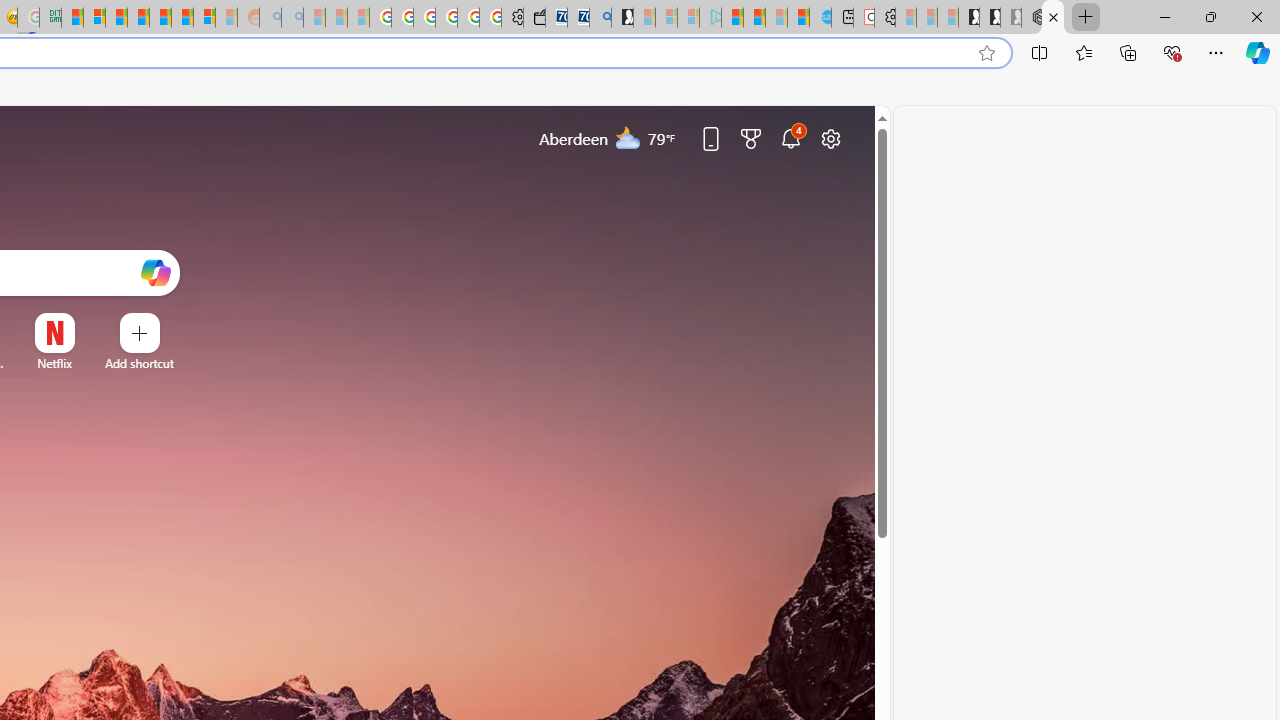 The image size is (1280, 720). I want to click on 'Microsoft Start - Sleeping', so click(775, 17).